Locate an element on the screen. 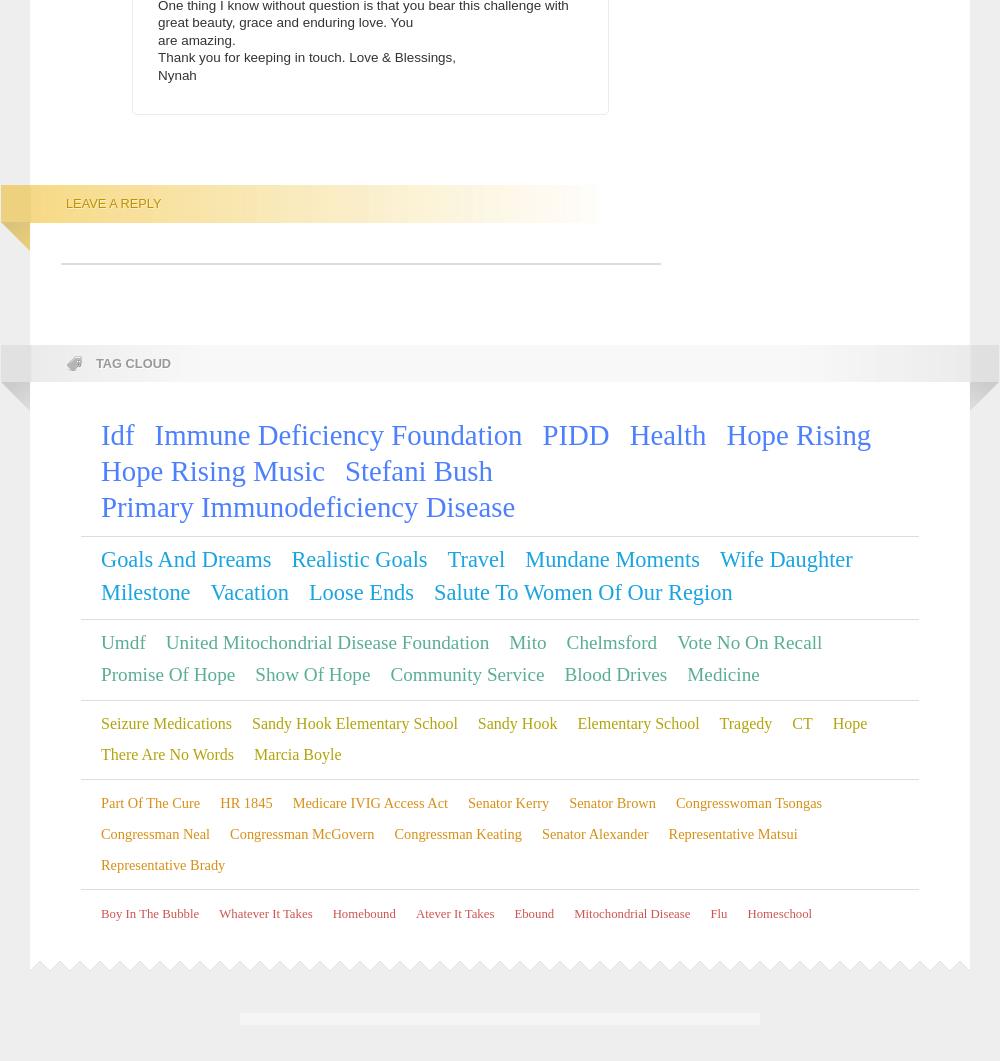  'Thank you for keeping in touch. Love & Blessings,' is located at coordinates (307, 57).